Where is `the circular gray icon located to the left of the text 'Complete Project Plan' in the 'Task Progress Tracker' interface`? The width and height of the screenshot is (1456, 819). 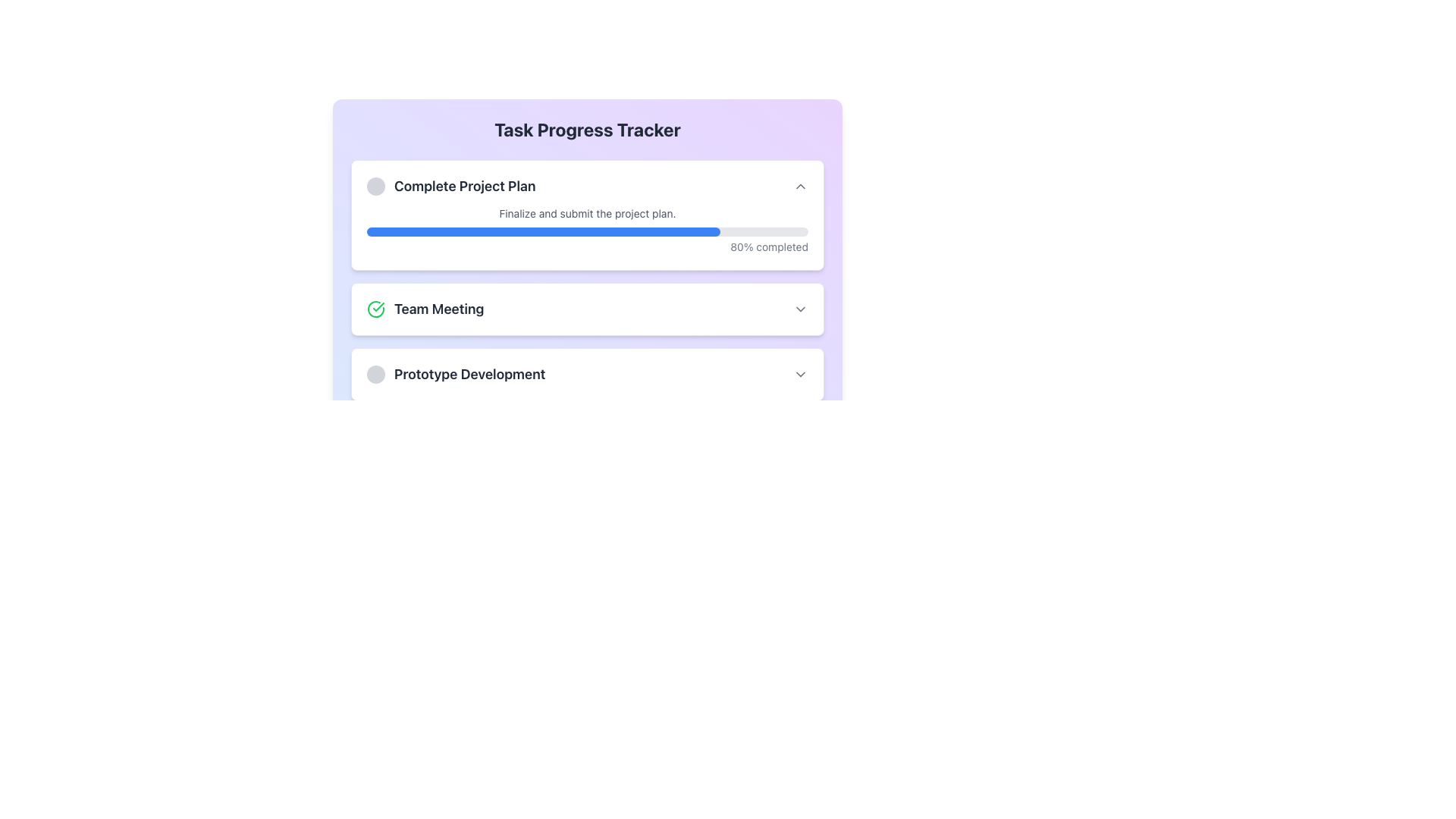
the circular gray icon located to the left of the text 'Complete Project Plan' in the 'Task Progress Tracker' interface is located at coordinates (375, 186).